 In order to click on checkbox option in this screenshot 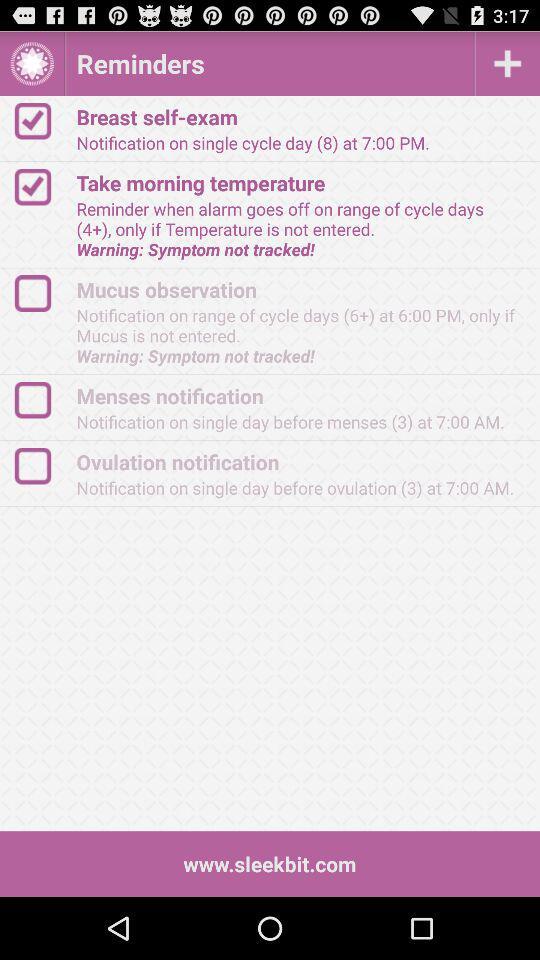, I will do `click(42, 399)`.